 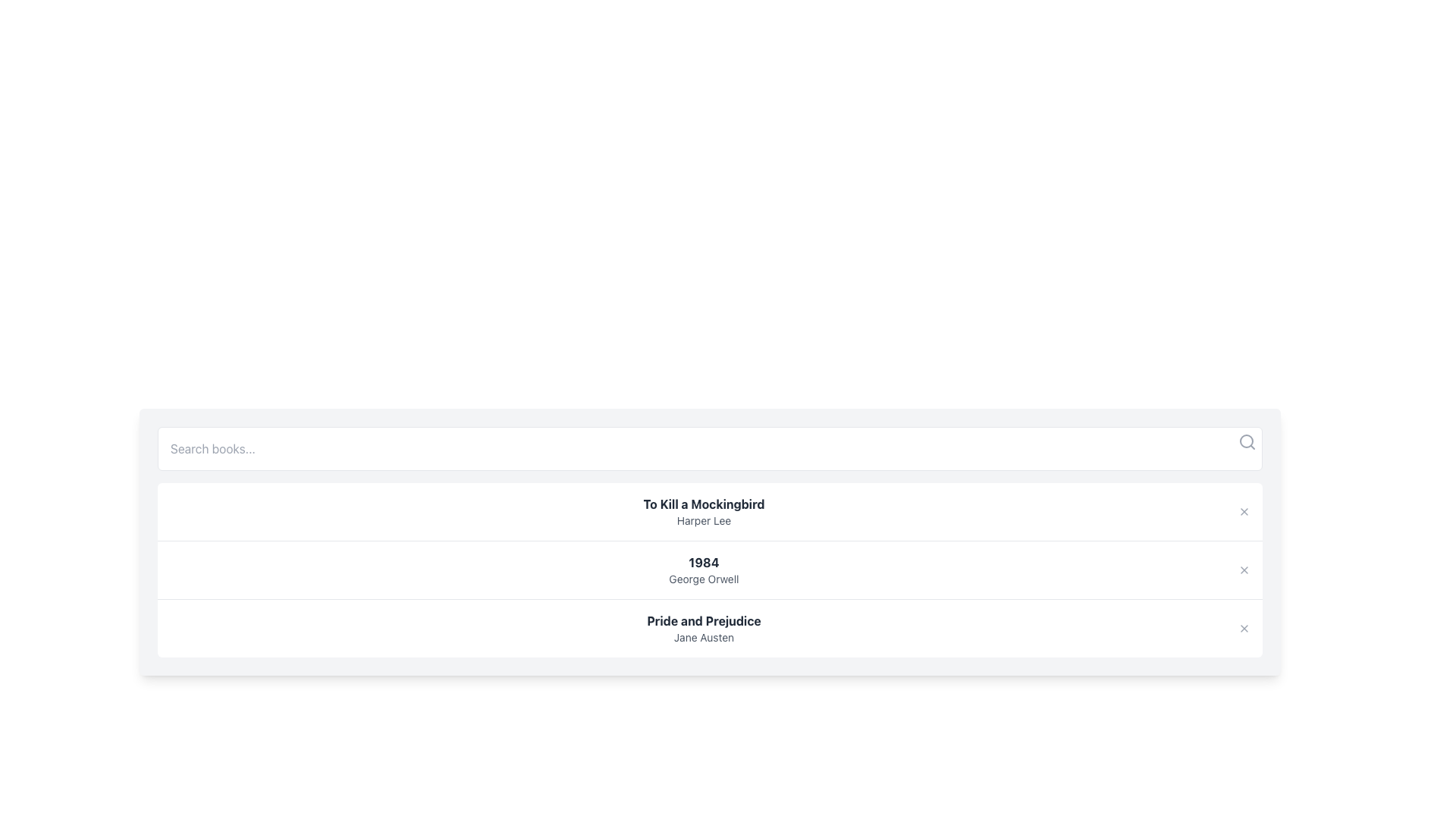 What do you see at coordinates (1244, 512) in the screenshot?
I see `the removal button for the book entry of 'To Kill a Mockingbird' by Harper Lee` at bounding box center [1244, 512].